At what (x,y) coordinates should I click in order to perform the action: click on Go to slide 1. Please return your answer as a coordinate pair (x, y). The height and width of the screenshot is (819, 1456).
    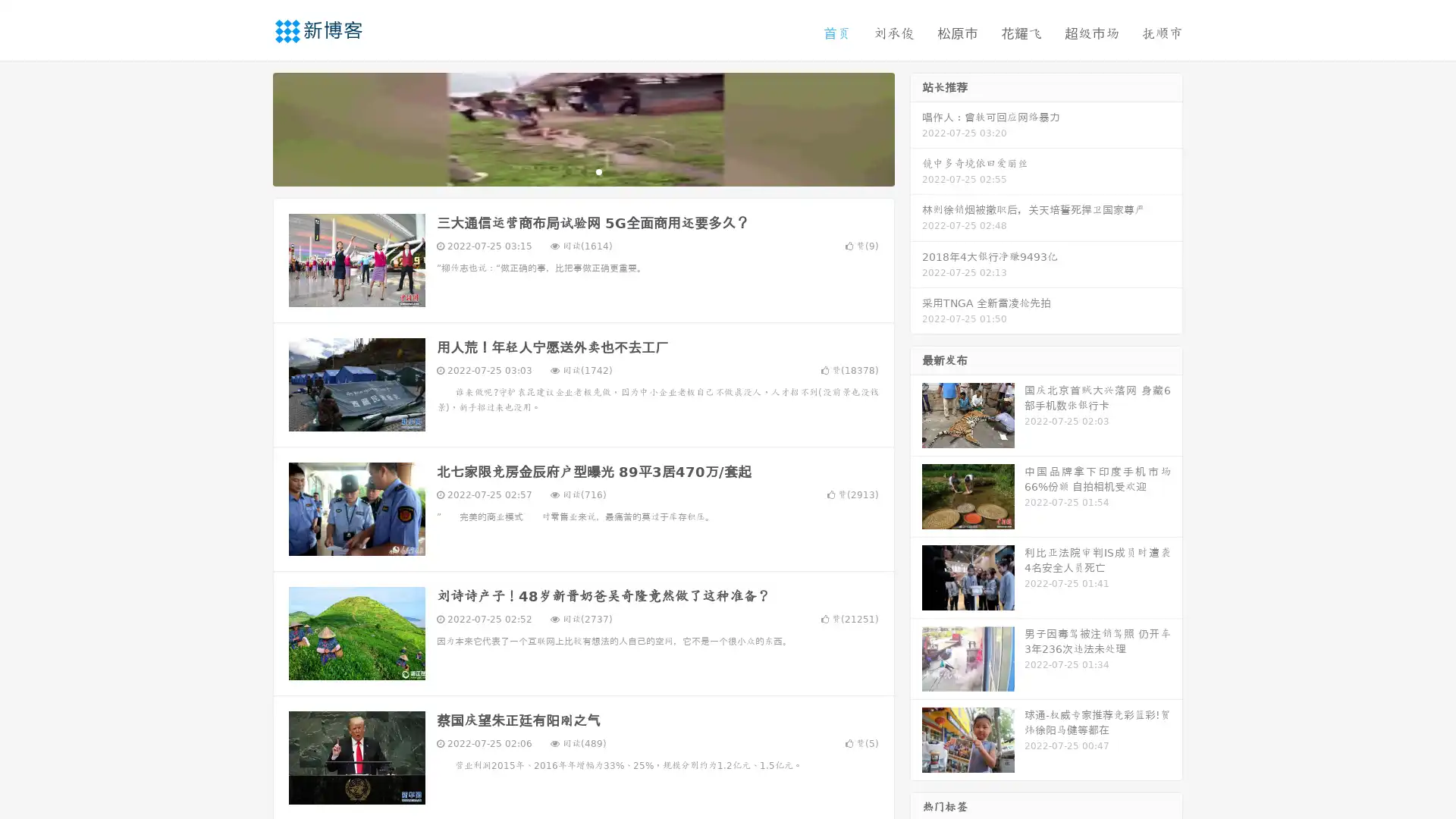
    Looking at the image, I should click on (567, 171).